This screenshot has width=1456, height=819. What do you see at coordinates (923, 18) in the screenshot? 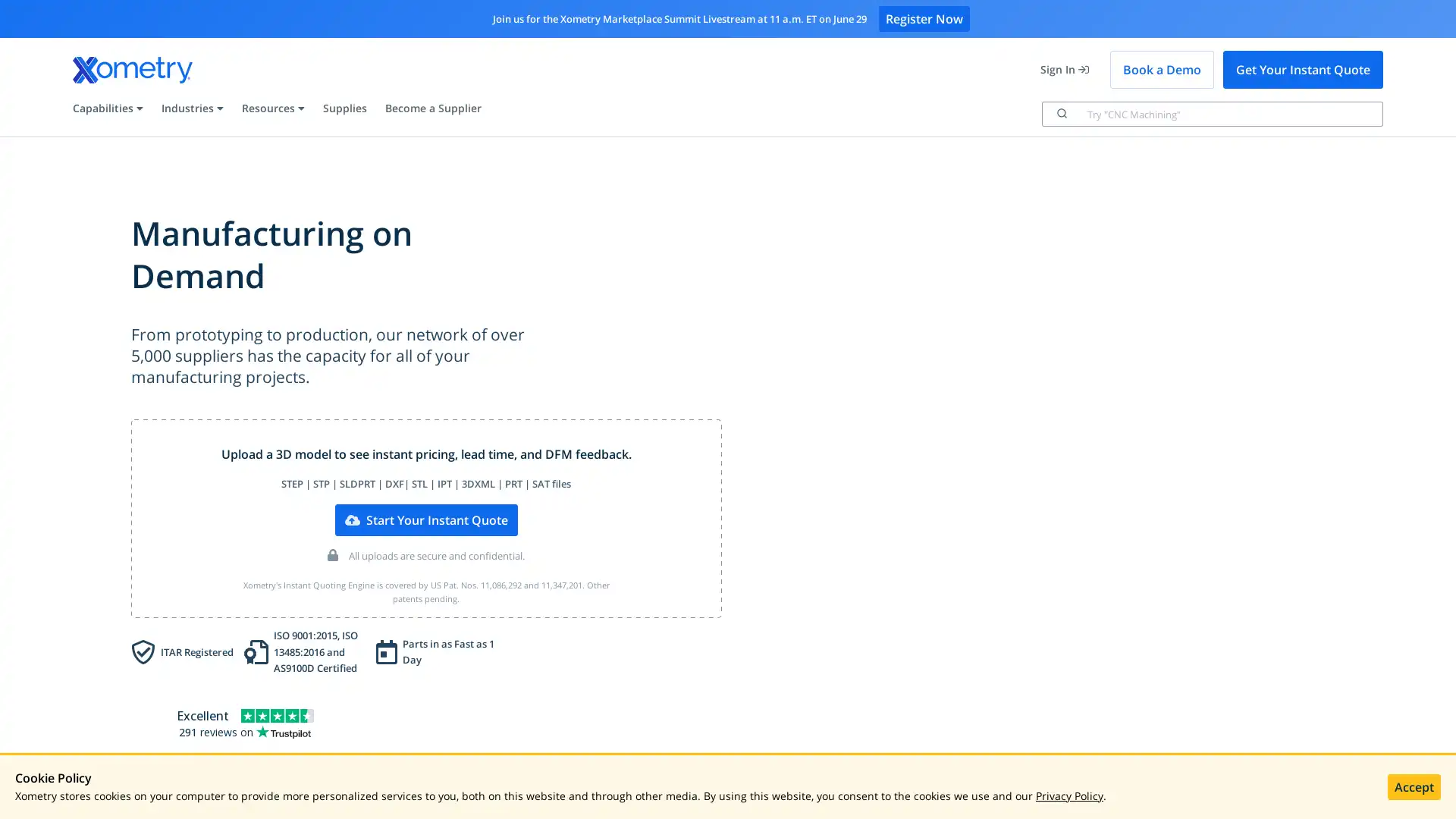
I see `Register Now` at bounding box center [923, 18].